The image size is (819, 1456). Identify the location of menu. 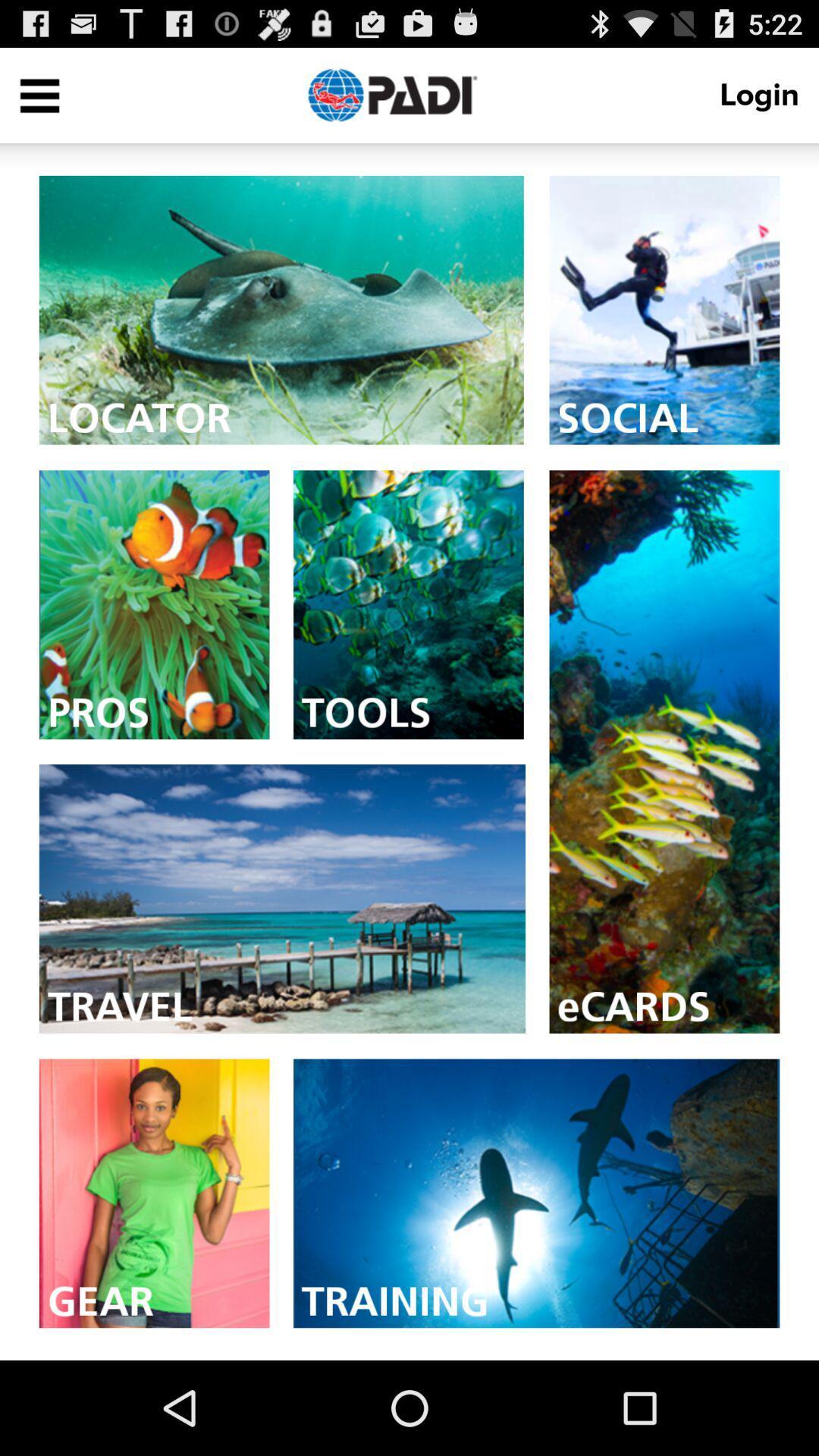
(39, 94).